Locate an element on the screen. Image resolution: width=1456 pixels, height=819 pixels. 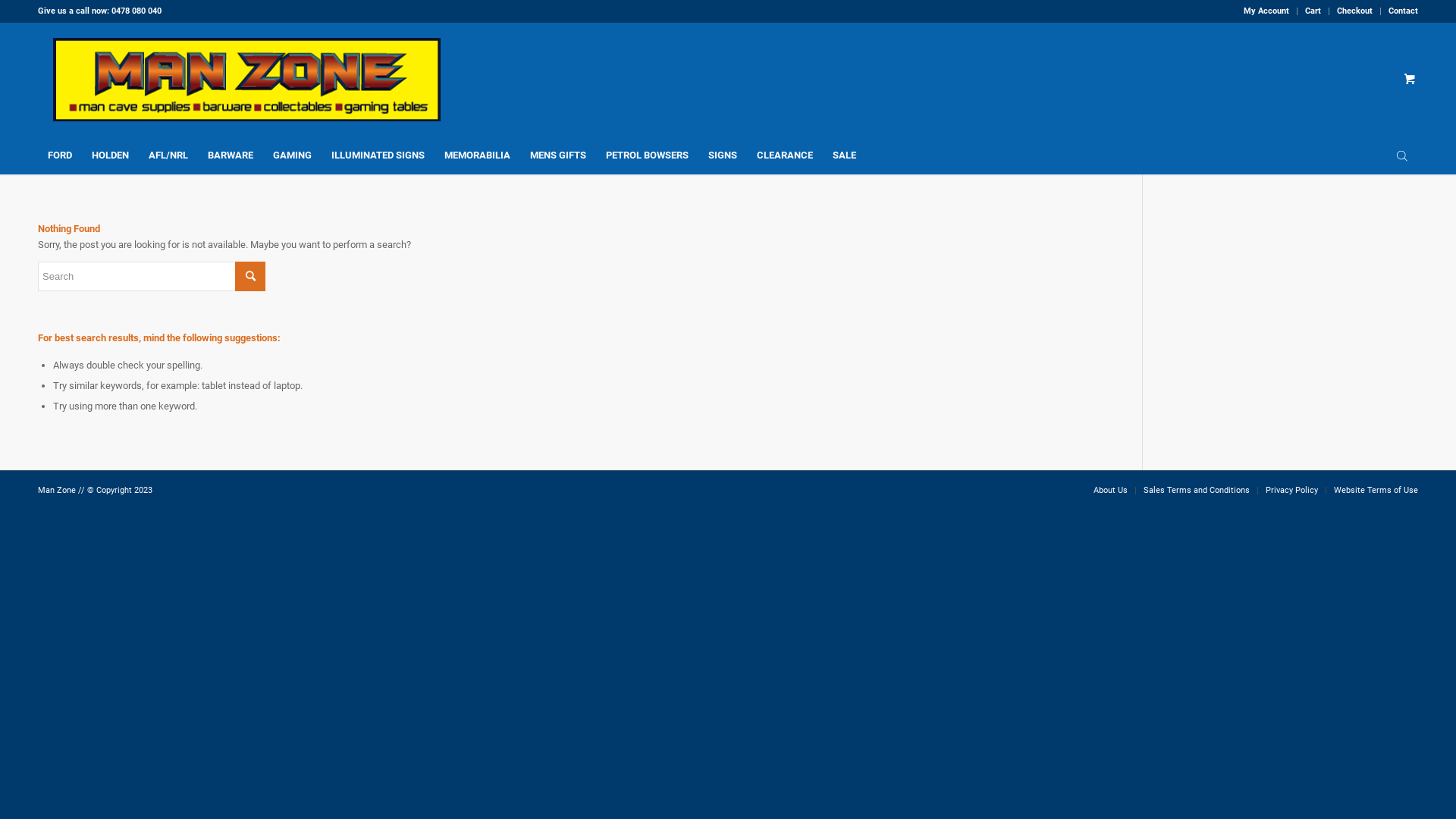
'Sales Terms and Conditions' is located at coordinates (1196, 490).